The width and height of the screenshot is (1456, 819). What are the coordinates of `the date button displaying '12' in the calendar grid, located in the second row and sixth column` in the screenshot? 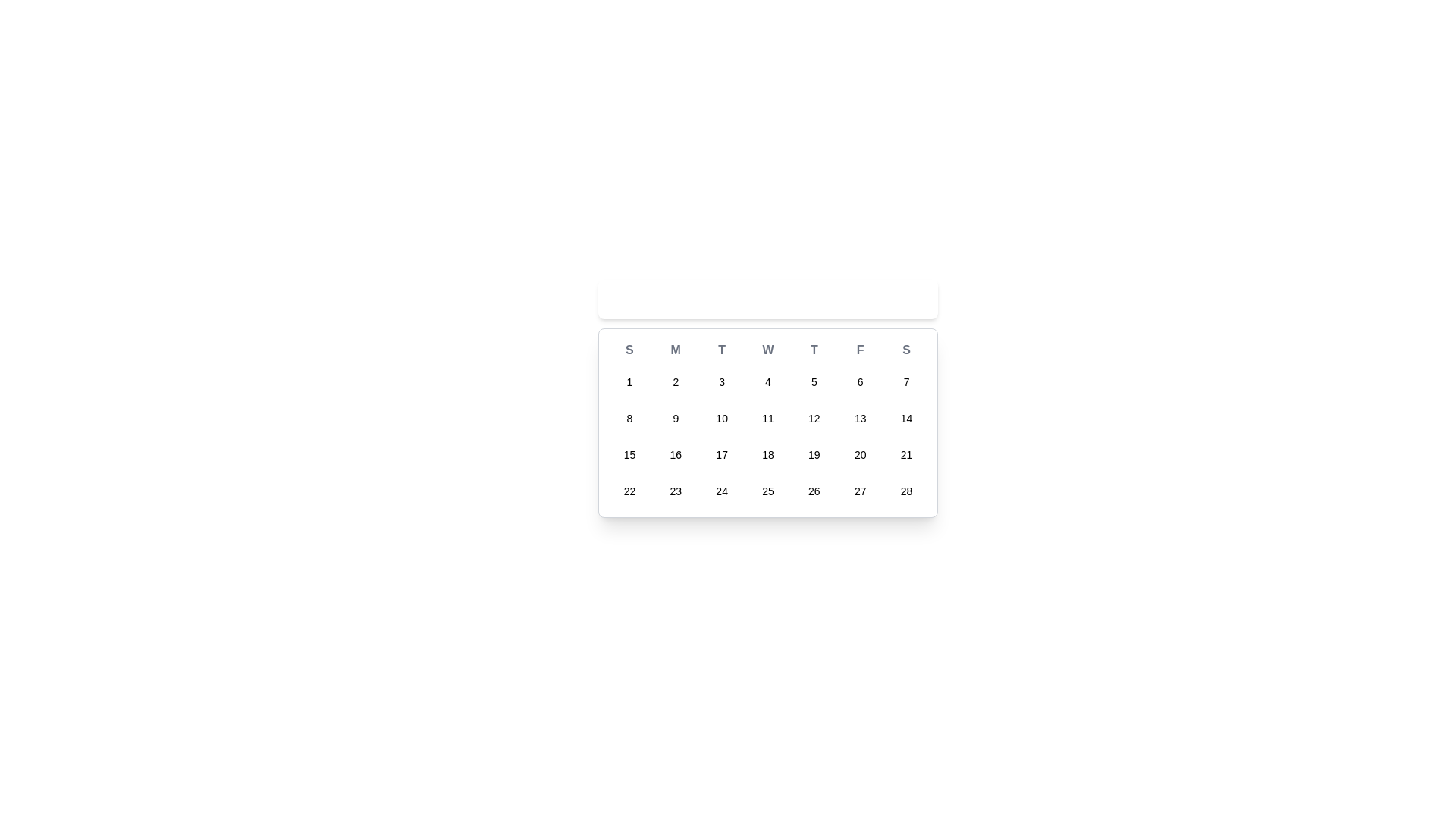 It's located at (813, 418).